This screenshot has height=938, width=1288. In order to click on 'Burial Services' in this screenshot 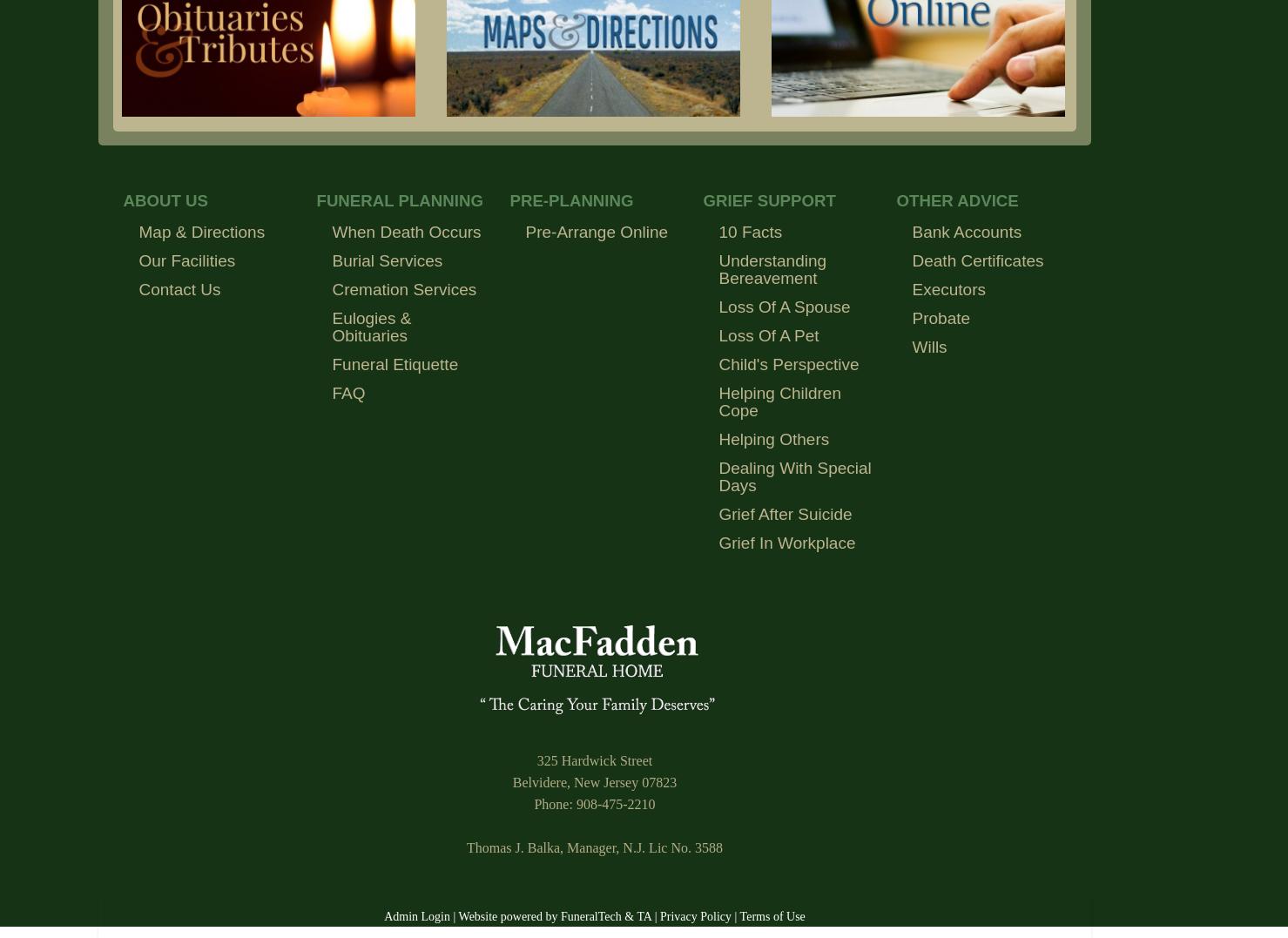, I will do `click(387, 260)`.